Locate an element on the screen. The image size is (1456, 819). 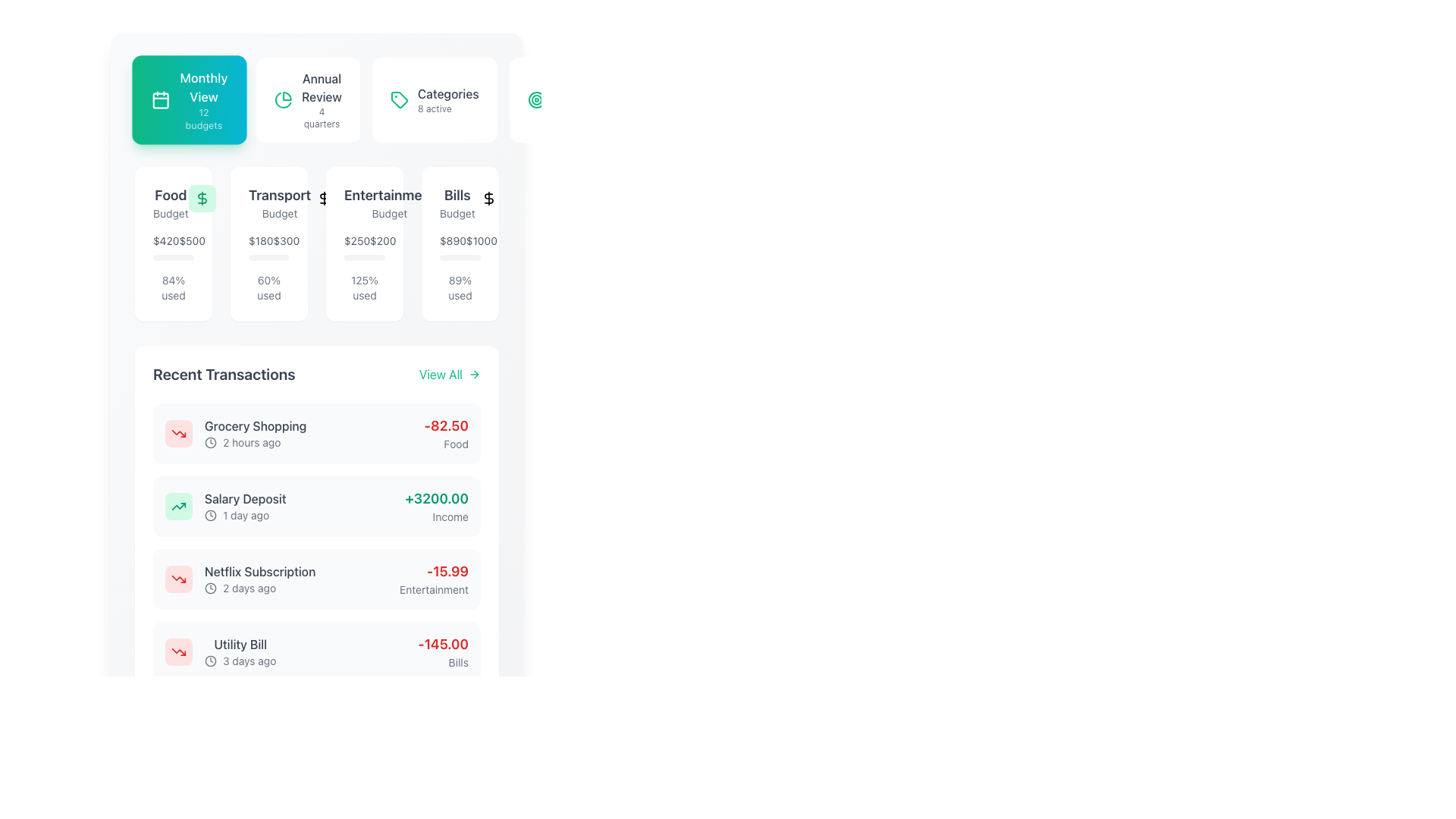
the text label displaying 'Budget', which is styled in a small gray font and located below the 'Bills' title within the financial categories section is located at coordinates (457, 213).